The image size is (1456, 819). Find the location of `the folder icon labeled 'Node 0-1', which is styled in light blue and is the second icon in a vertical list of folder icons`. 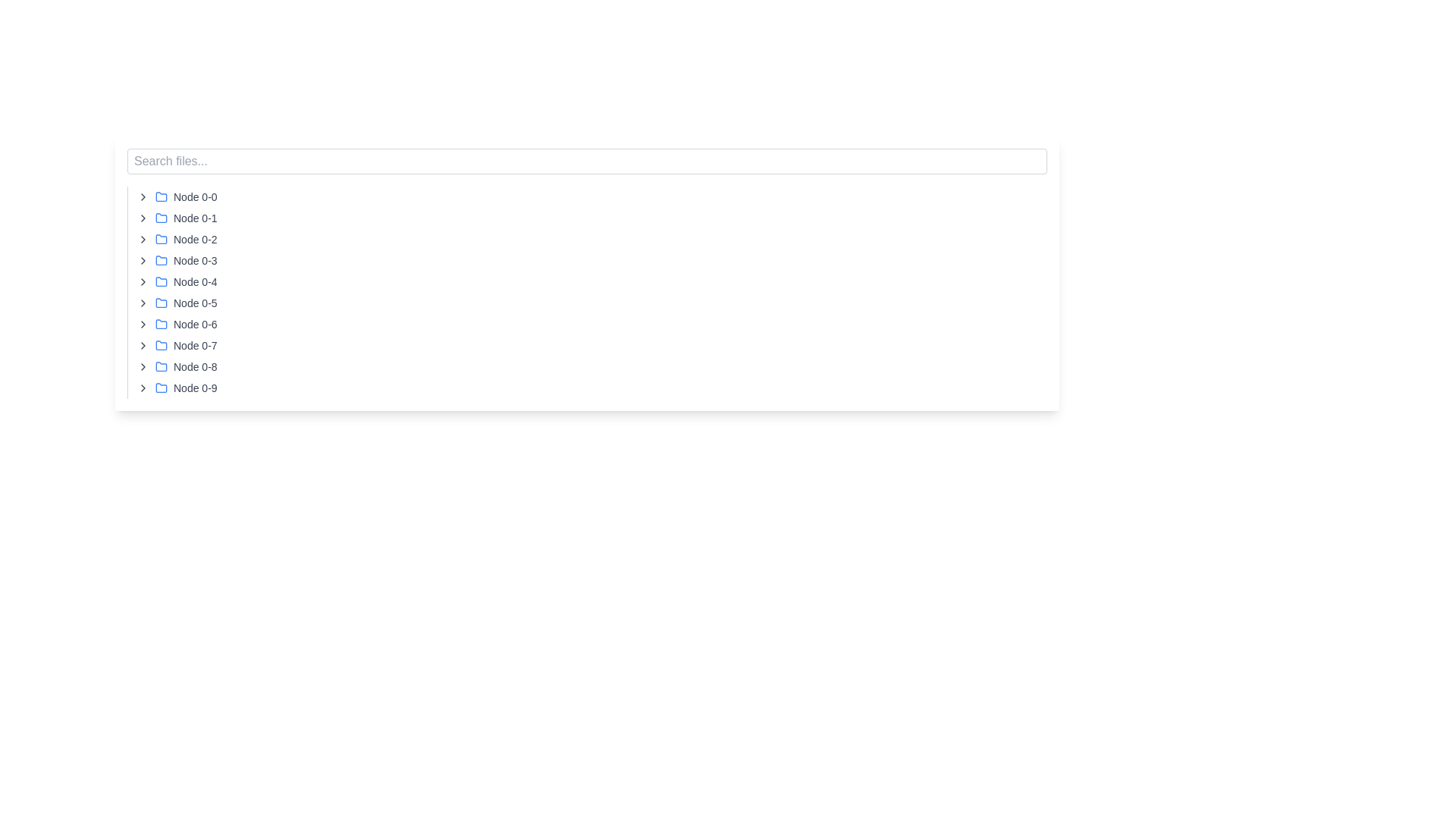

the folder icon labeled 'Node 0-1', which is styled in light blue and is the second icon in a vertical list of folder icons is located at coordinates (161, 217).